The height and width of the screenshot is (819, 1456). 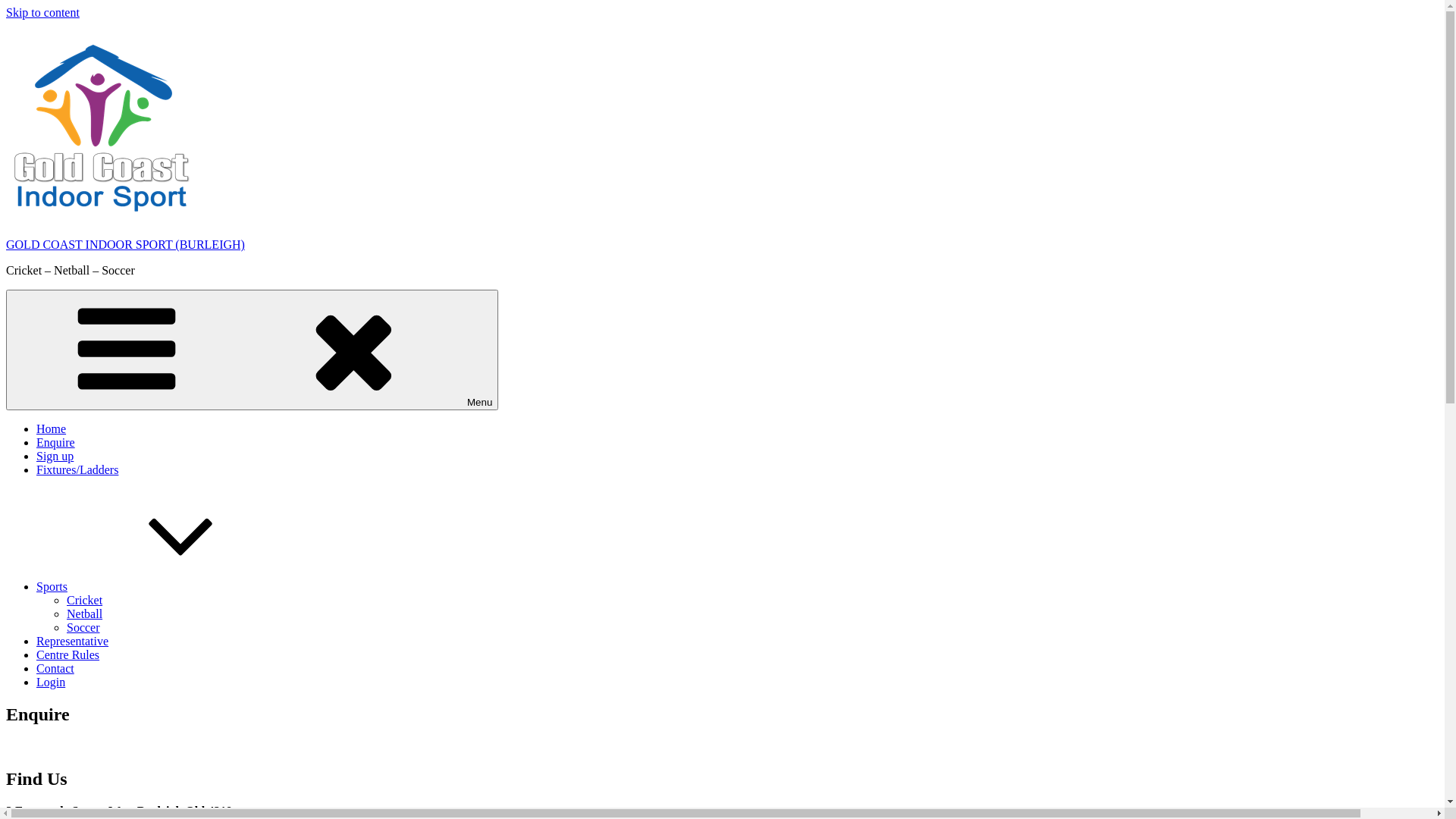 What do you see at coordinates (36, 469) in the screenshot?
I see `'Fixtures/Ladders'` at bounding box center [36, 469].